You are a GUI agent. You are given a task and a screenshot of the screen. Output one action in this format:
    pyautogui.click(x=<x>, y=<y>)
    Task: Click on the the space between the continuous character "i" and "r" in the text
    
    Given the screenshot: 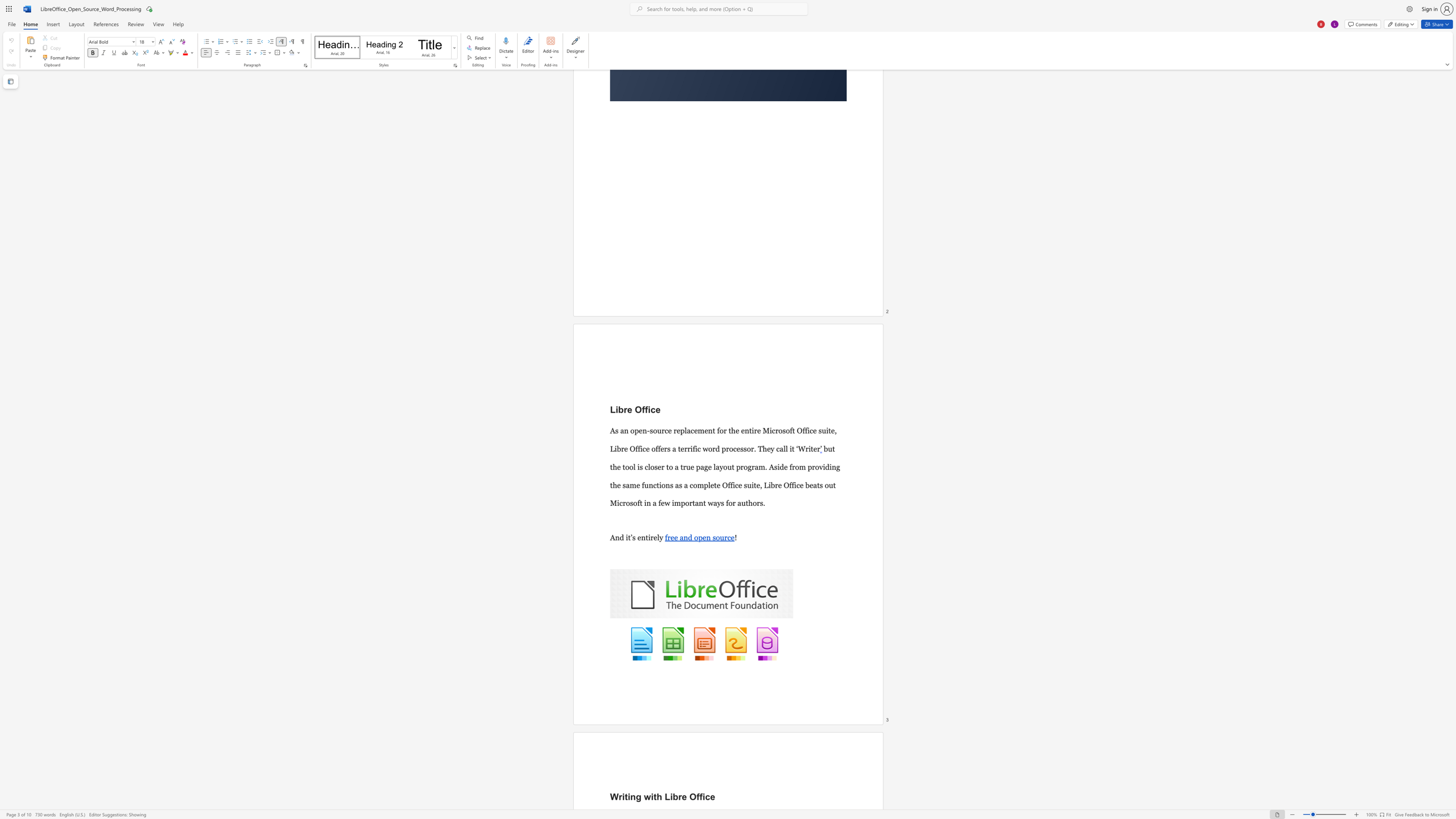 What is the action you would take?
    pyautogui.click(x=650, y=538)
    